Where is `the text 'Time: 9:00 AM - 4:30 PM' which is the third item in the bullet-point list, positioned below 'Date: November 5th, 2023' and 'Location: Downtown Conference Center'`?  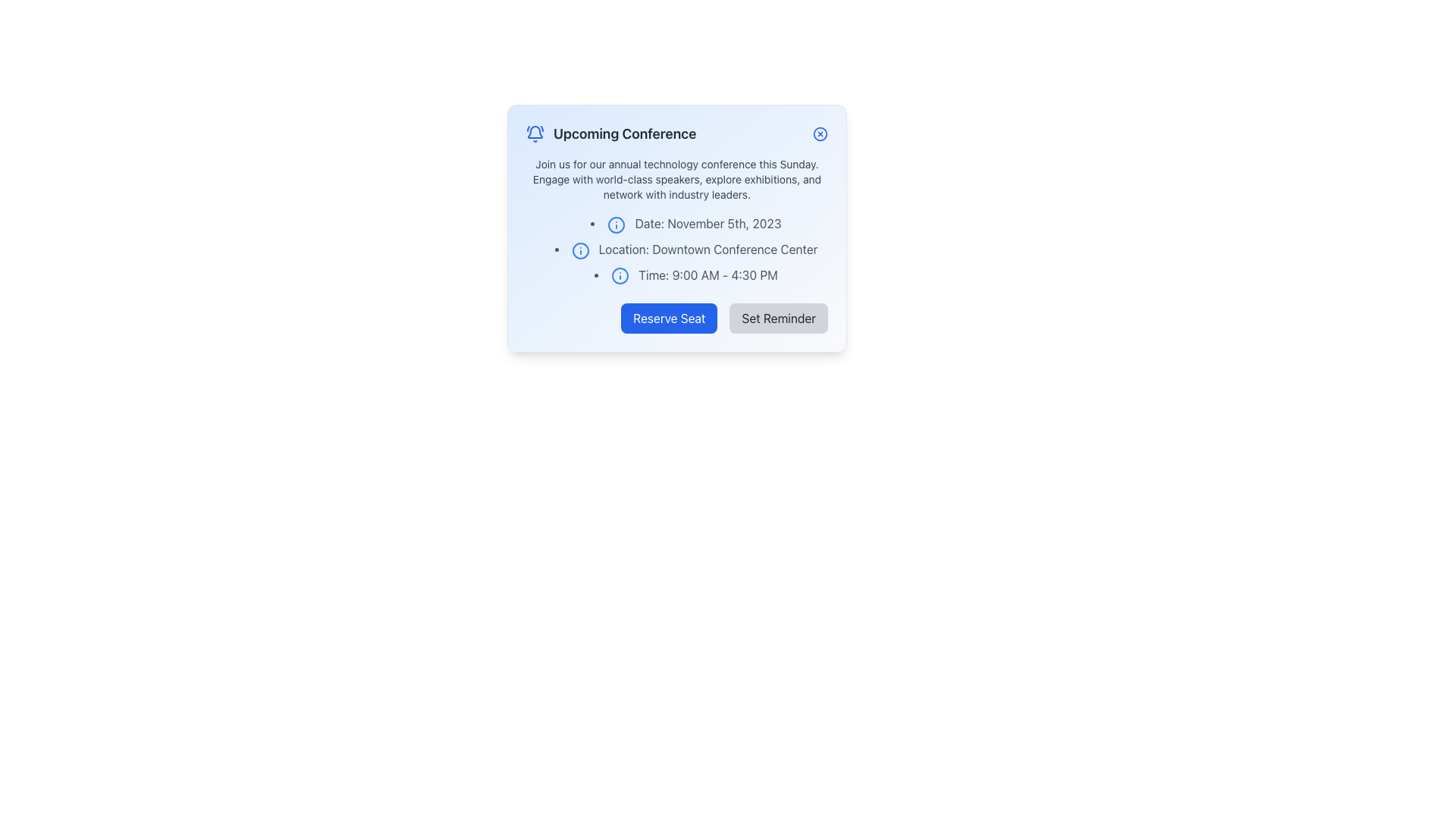 the text 'Time: 9:00 AM - 4:30 PM' which is the third item in the bullet-point list, positioned below 'Date: November 5th, 2023' and 'Location: Downtown Conference Center' is located at coordinates (686, 275).